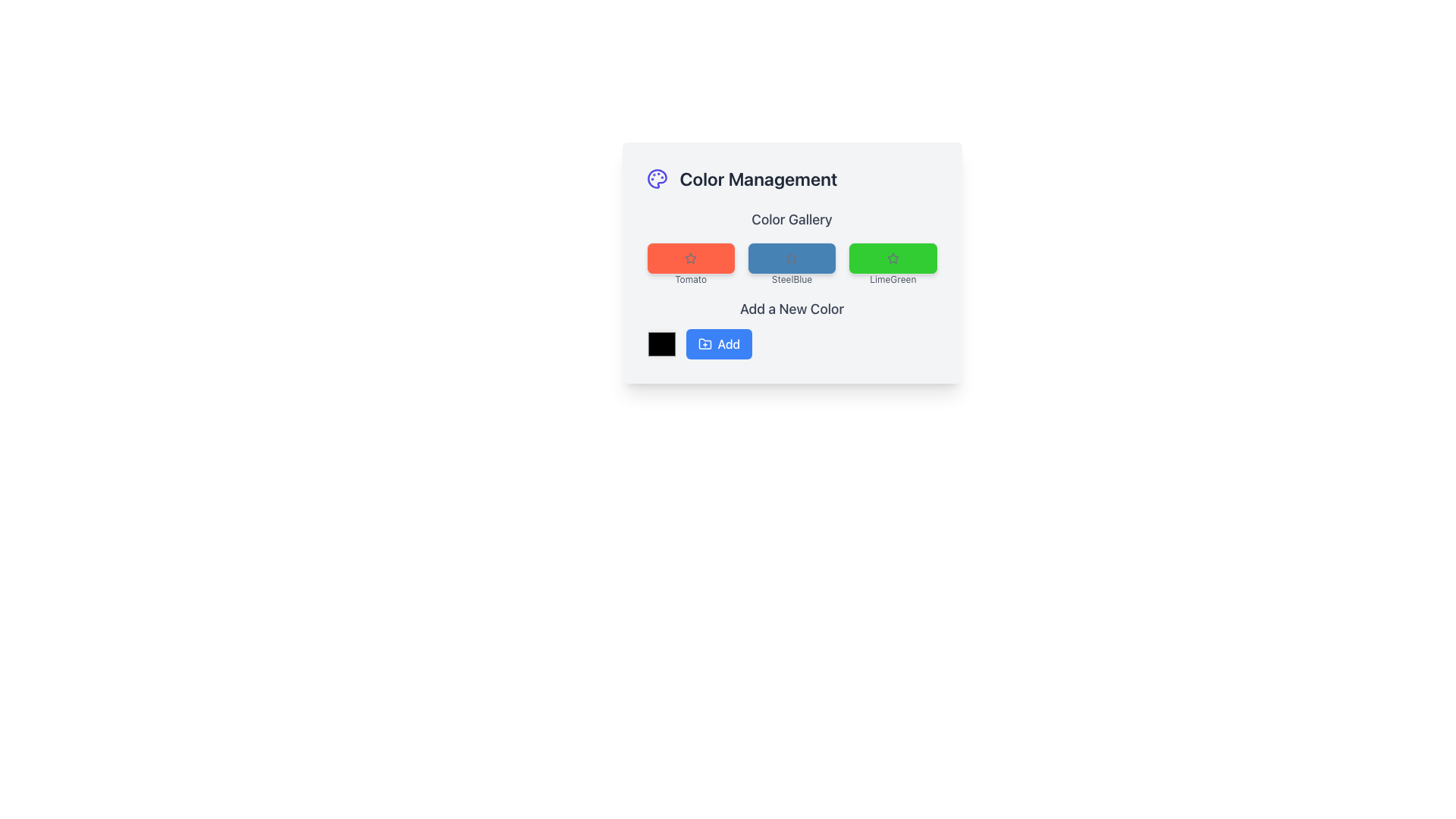 This screenshot has width=1456, height=819. What do you see at coordinates (791, 309) in the screenshot?
I see `the text element displaying 'Add a New Color' located centrally under the 'Color Gallery' section, which is above the color picker and 'Add' button` at bounding box center [791, 309].